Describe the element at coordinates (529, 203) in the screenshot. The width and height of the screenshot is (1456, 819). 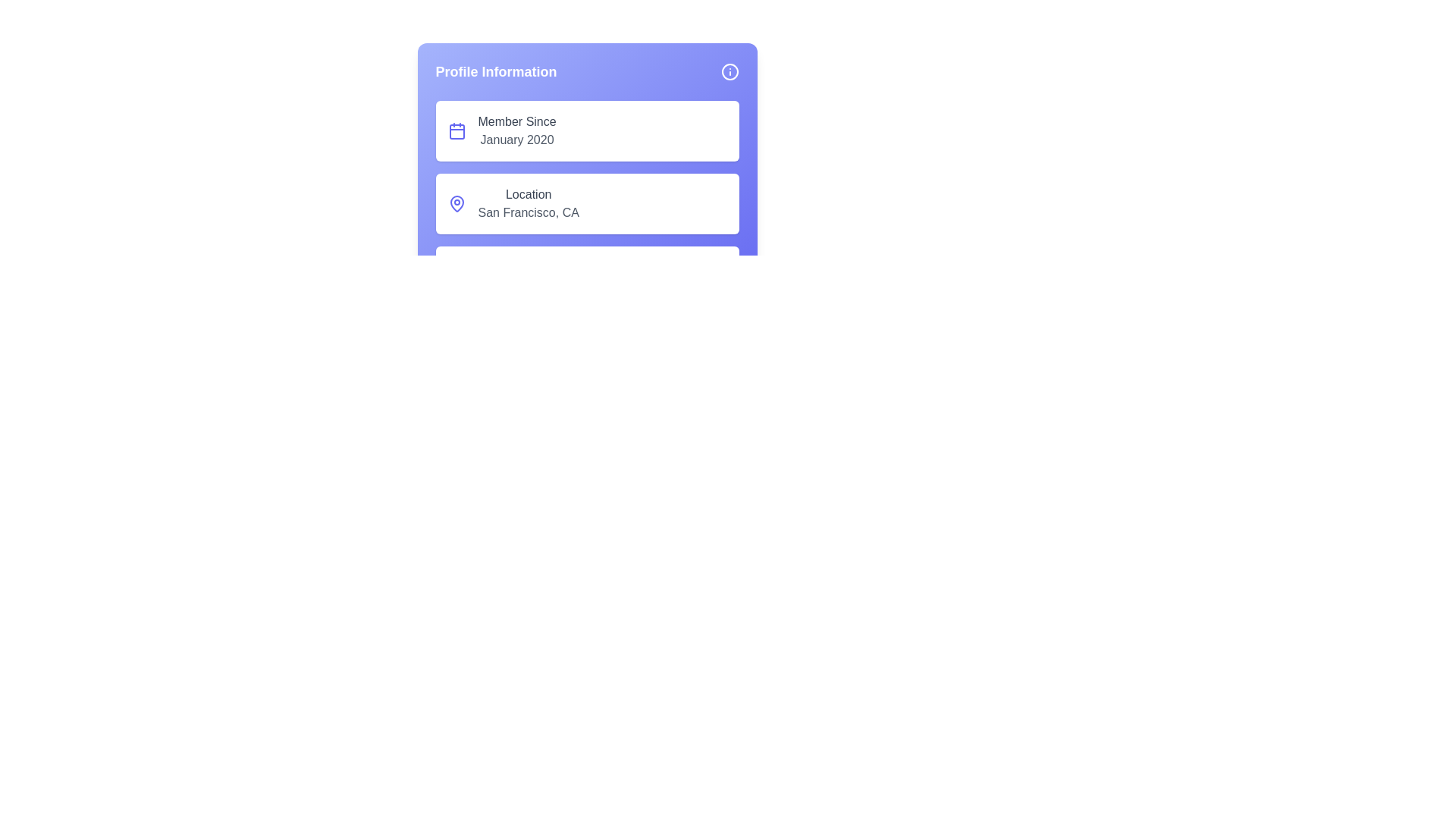
I see `the text display that informs users about the profile's location, positioned below the 'Member Since' section in the profile information card` at that location.